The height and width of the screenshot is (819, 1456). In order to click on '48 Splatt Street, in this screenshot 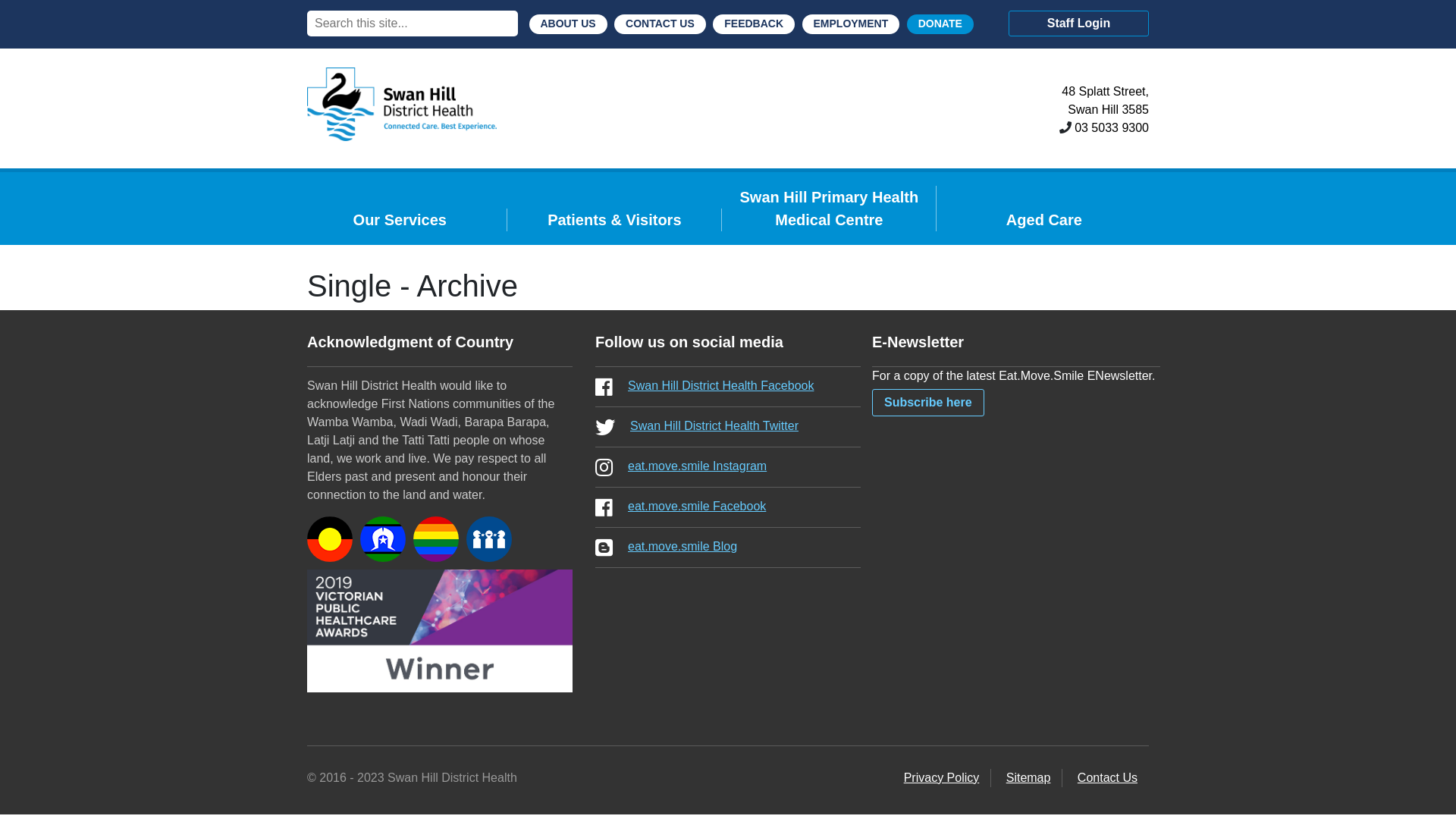, I will do `click(1105, 100)`.